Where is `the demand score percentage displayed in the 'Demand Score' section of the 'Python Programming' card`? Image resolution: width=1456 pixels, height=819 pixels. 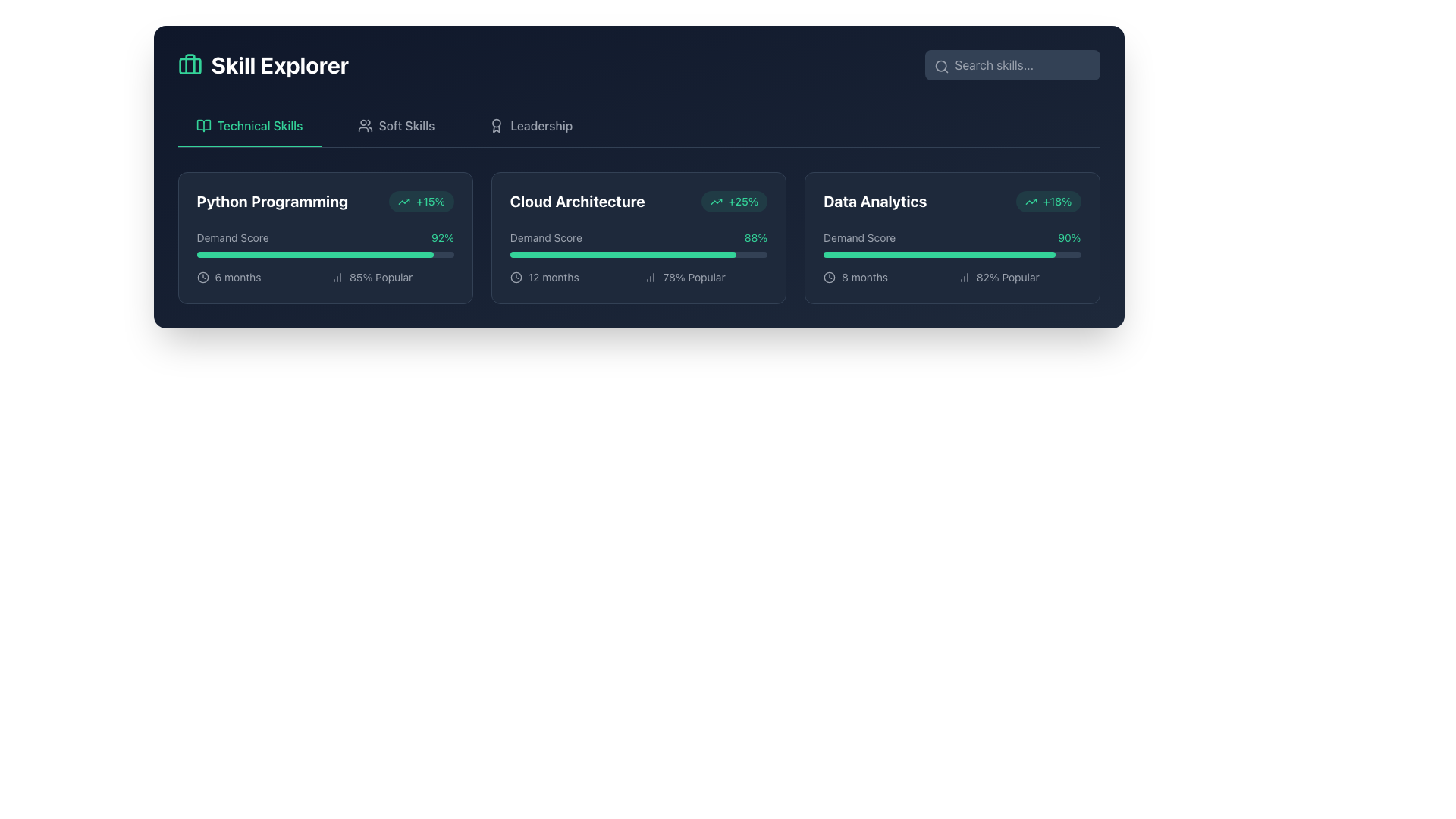
the demand score percentage displayed in the 'Demand Score' section of the 'Python Programming' card is located at coordinates (441, 237).